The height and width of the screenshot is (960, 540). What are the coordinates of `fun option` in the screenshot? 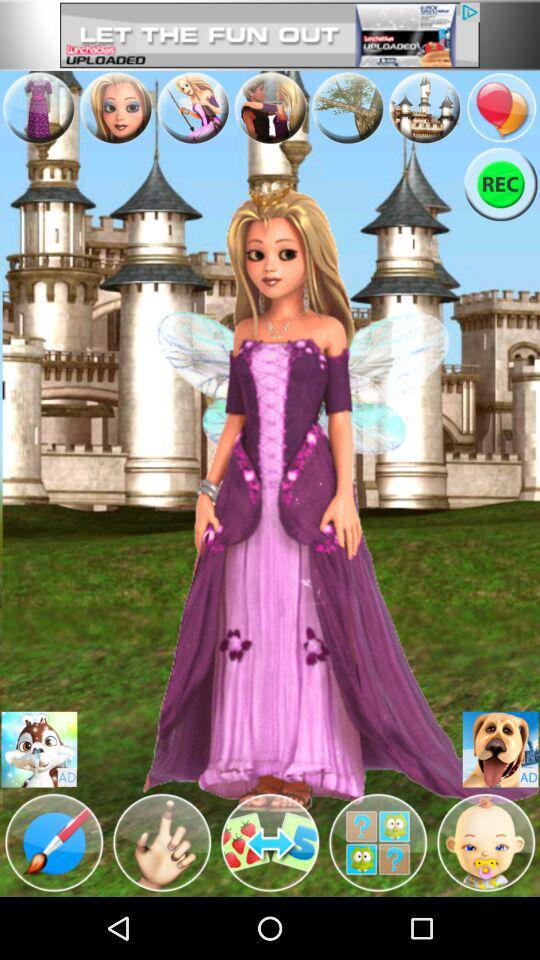 It's located at (38, 108).